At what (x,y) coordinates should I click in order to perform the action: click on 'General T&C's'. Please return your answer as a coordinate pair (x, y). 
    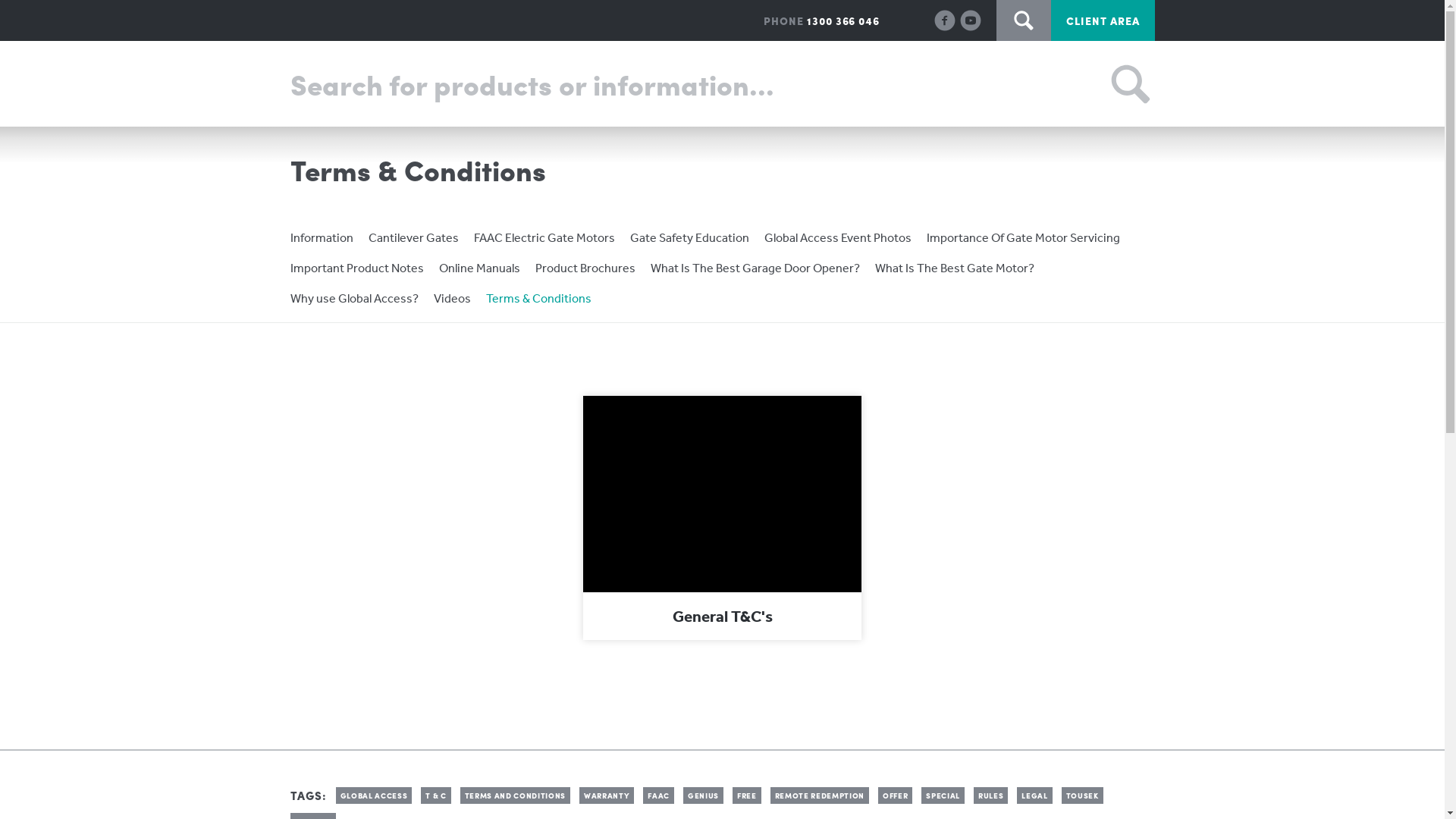
    Looking at the image, I should click on (721, 516).